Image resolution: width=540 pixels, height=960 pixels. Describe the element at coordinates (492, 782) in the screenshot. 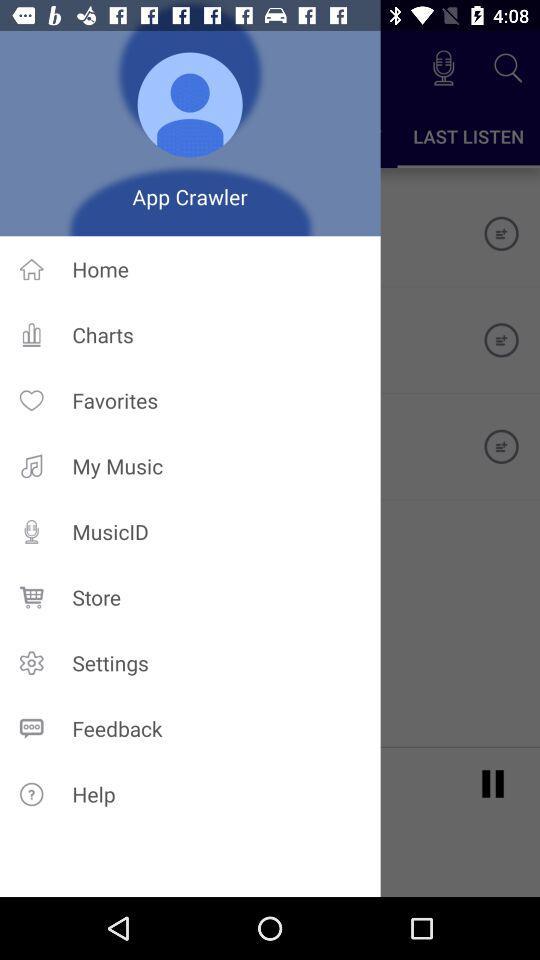

I see `the pause icon` at that location.